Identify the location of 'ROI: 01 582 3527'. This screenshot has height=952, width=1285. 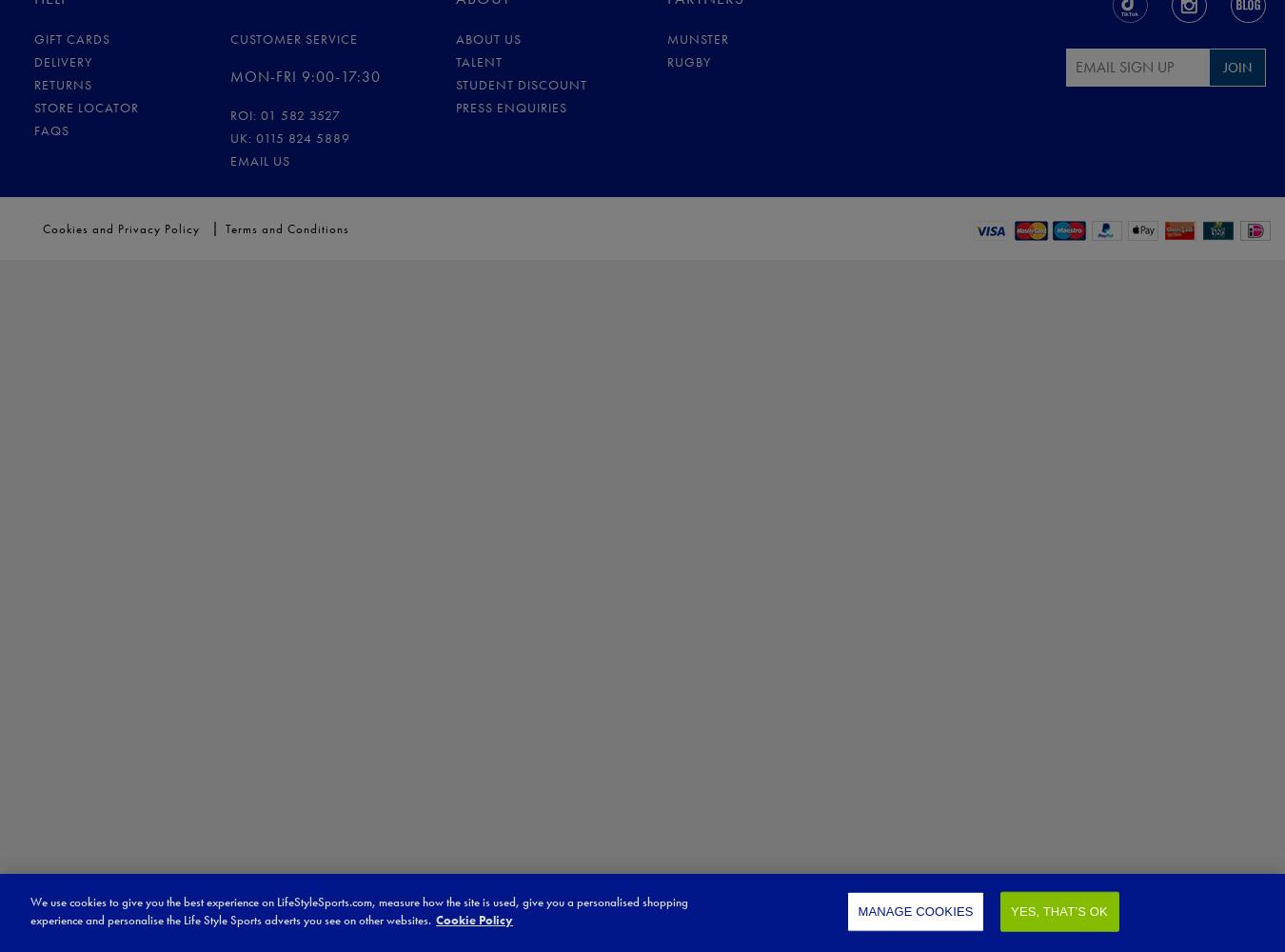
(284, 113).